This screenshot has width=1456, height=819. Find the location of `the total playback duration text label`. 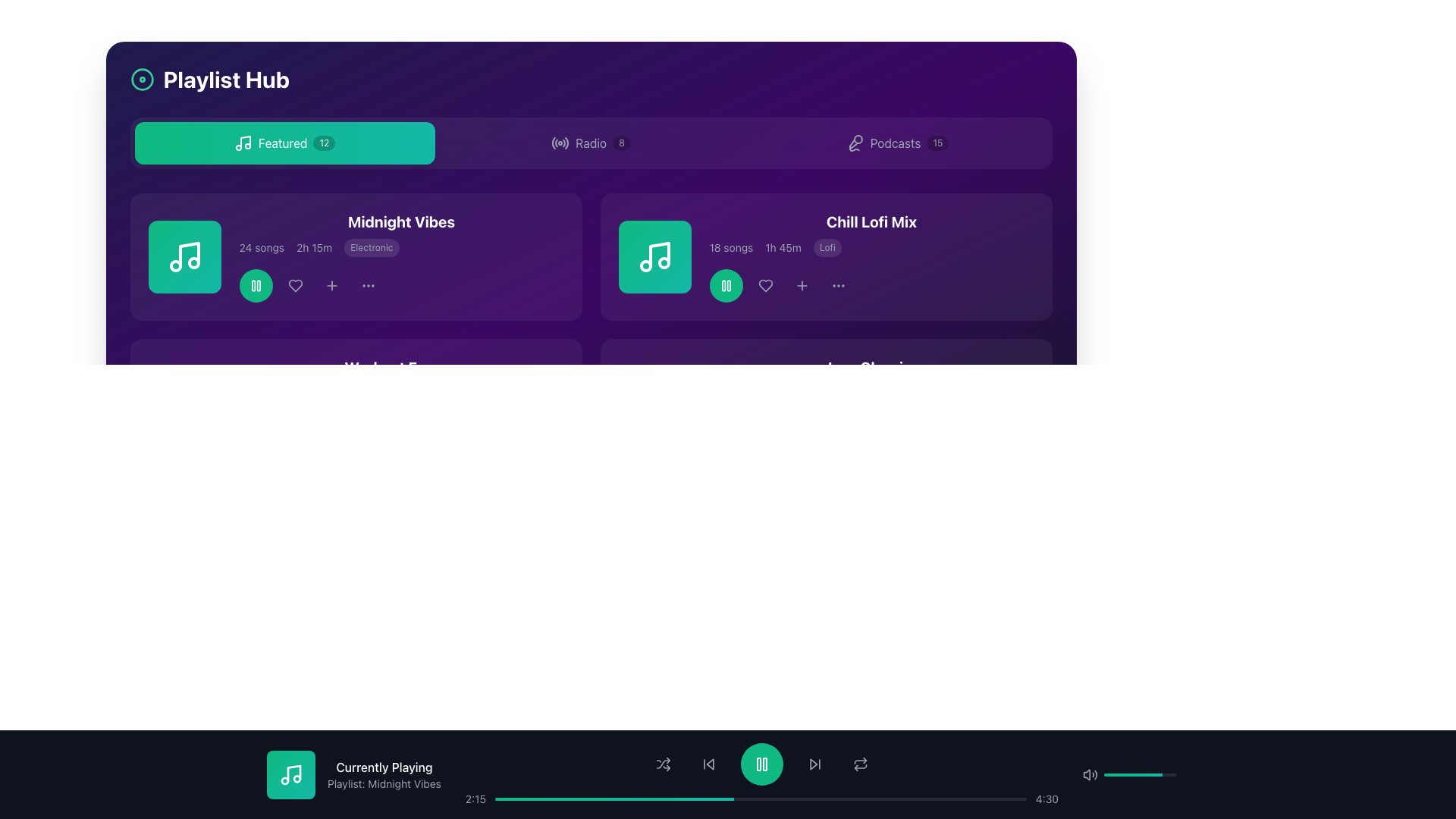

the total playback duration text label is located at coordinates (314, 393).